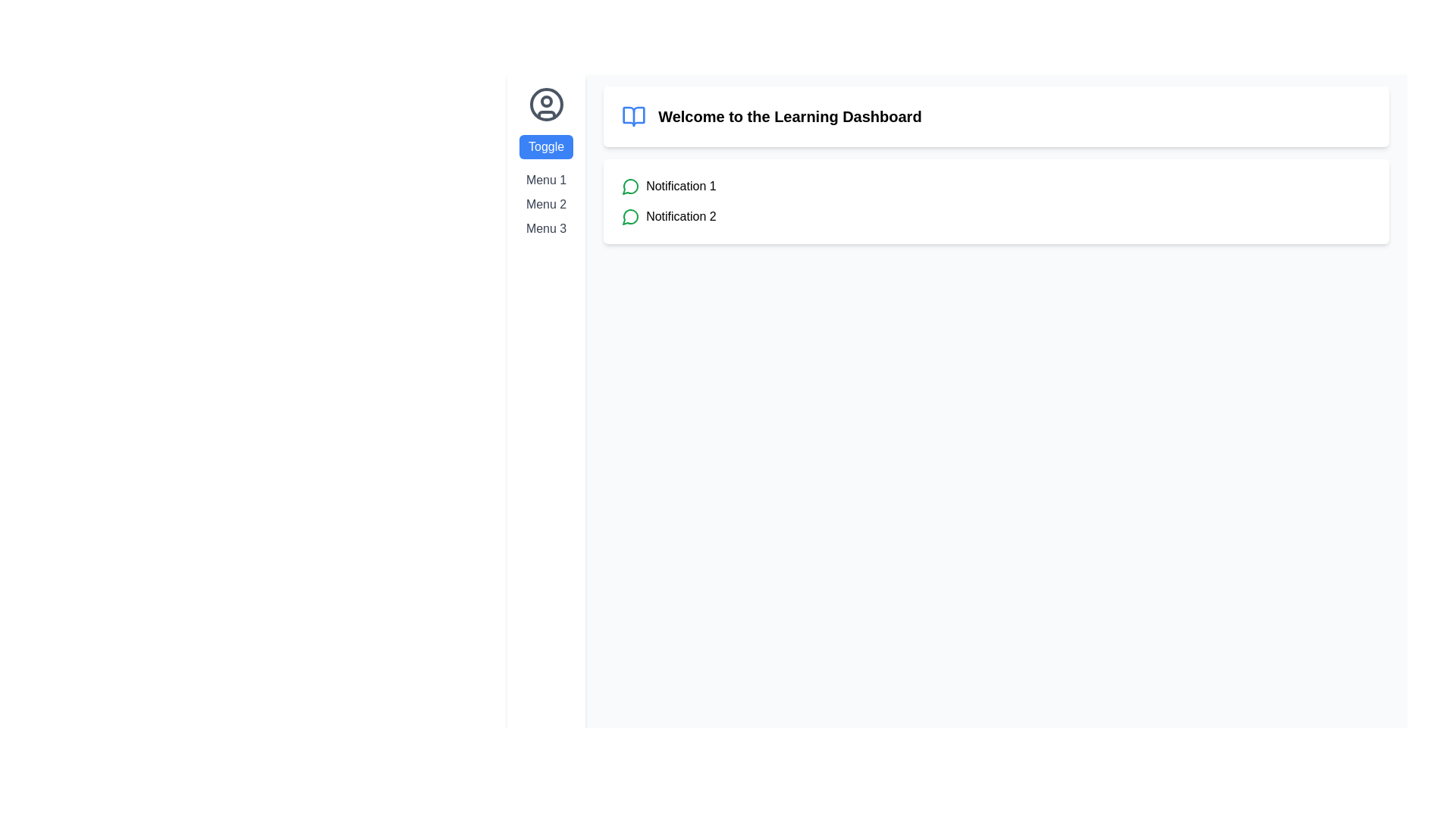 This screenshot has height=819, width=1456. Describe the element at coordinates (634, 116) in the screenshot. I see `the open book icon, which is styled in blue and located to the left of the text 'Welcome to the Learning Dashboard' in the header row` at that location.